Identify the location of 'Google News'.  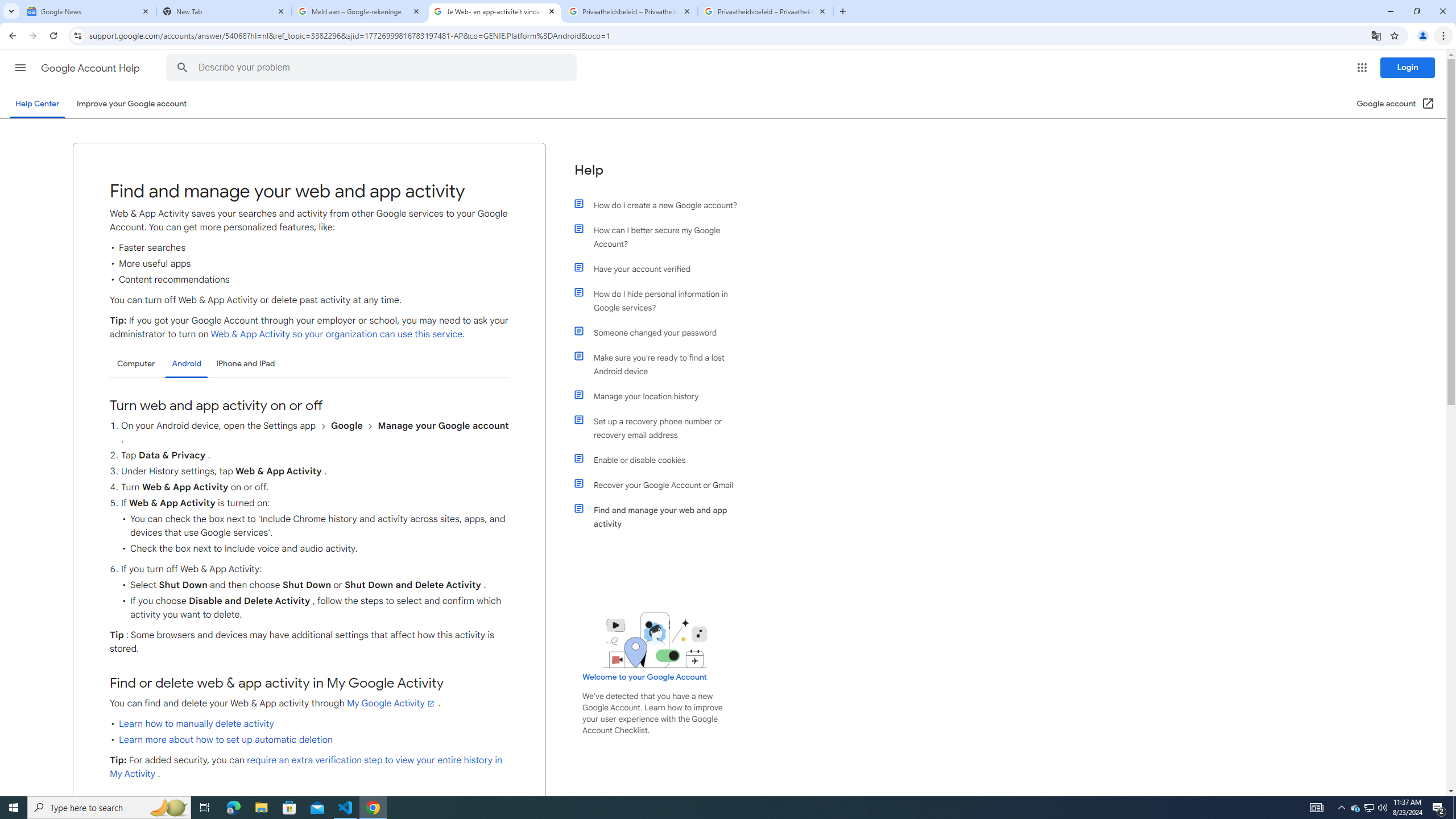
(88, 11).